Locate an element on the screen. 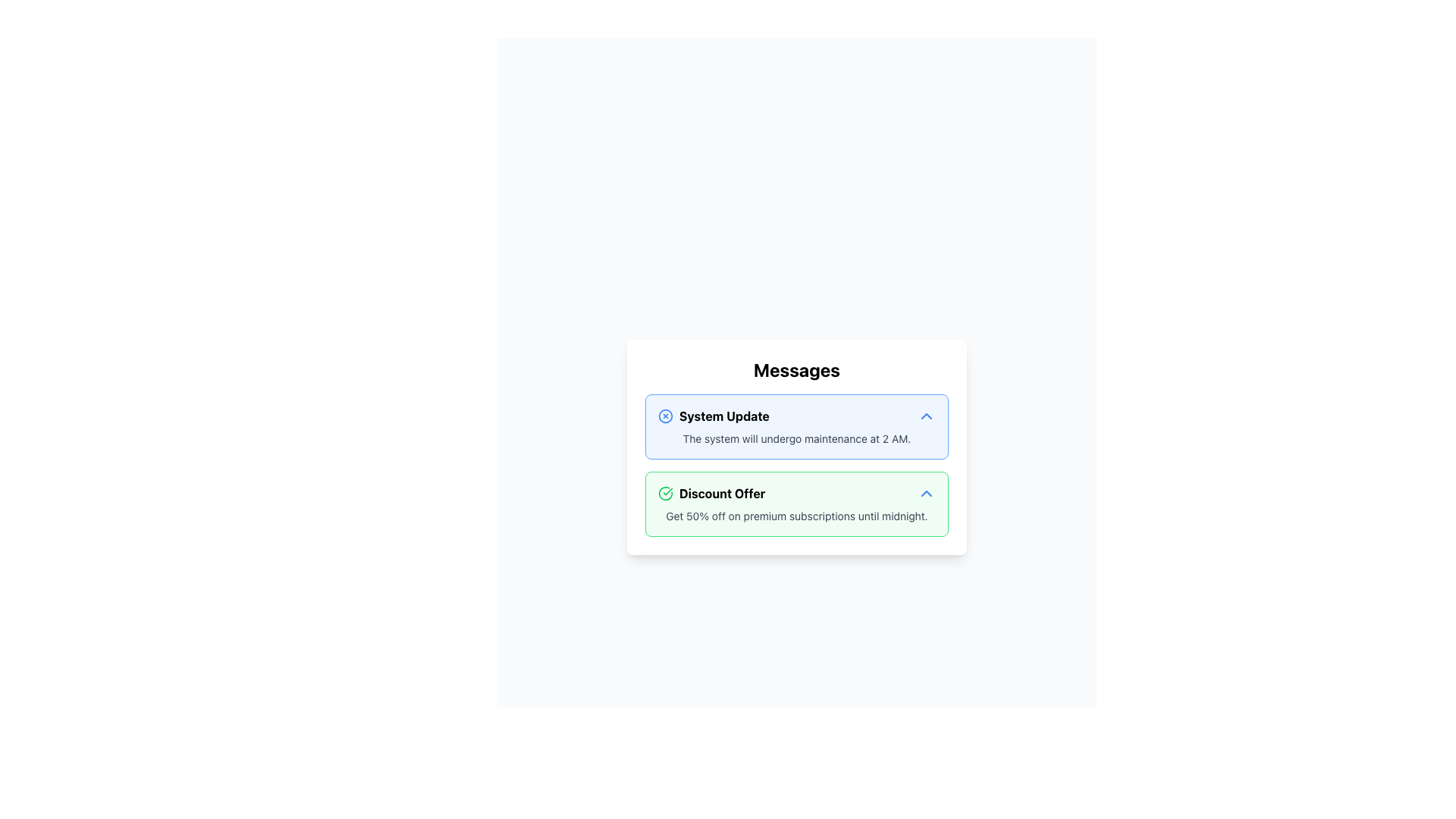  the 'System Update' text label next to the blue icon with a circle and cross is located at coordinates (713, 416).